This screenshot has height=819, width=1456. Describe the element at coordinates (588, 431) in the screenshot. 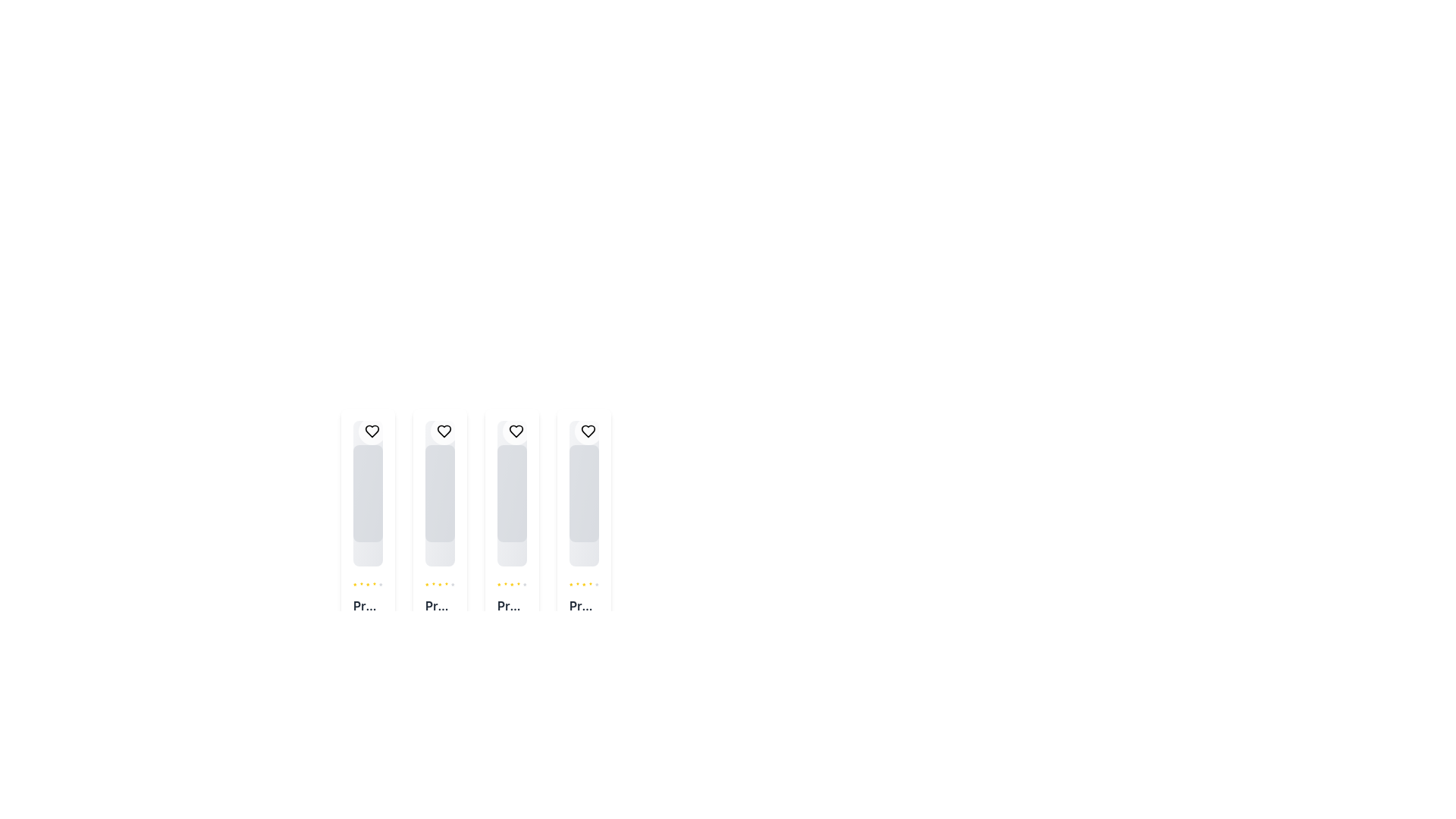

I see `the fourth heart icon in the row` at that location.